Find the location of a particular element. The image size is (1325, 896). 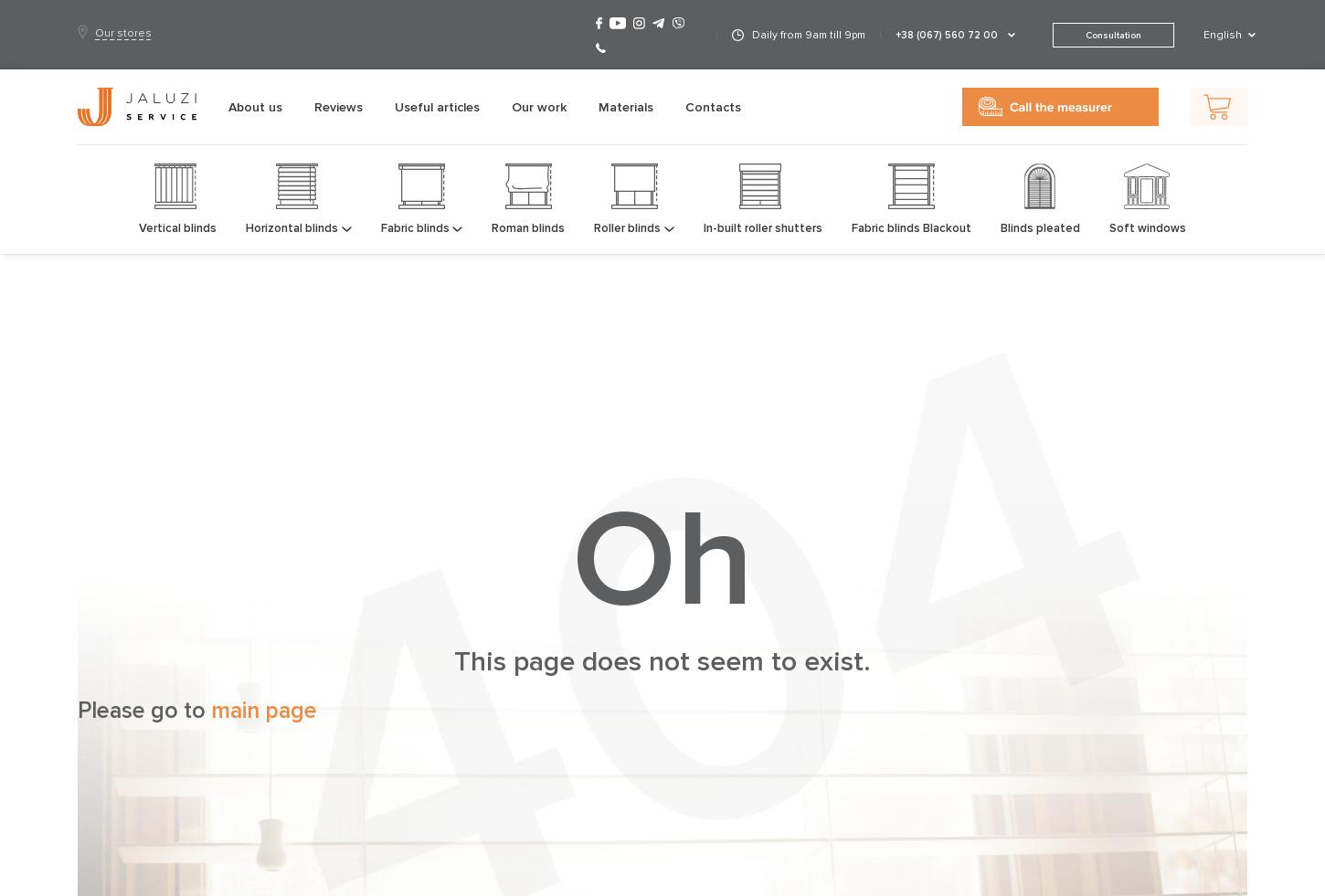

'This page does not seem to exist.' is located at coordinates (454, 661).